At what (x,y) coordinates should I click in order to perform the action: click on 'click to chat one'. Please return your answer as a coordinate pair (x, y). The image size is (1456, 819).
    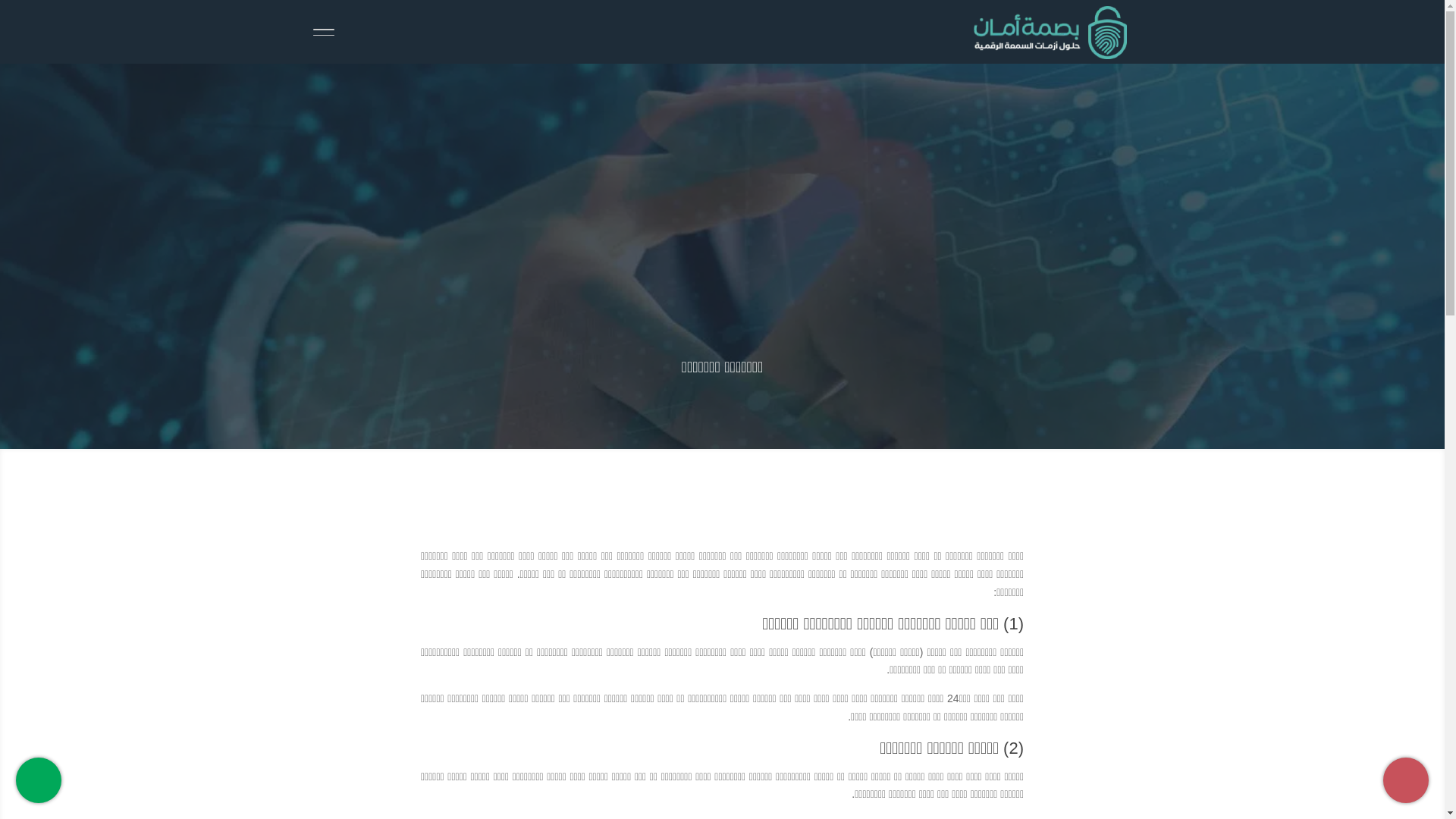
    Looking at the image, I should click on (15, 780).